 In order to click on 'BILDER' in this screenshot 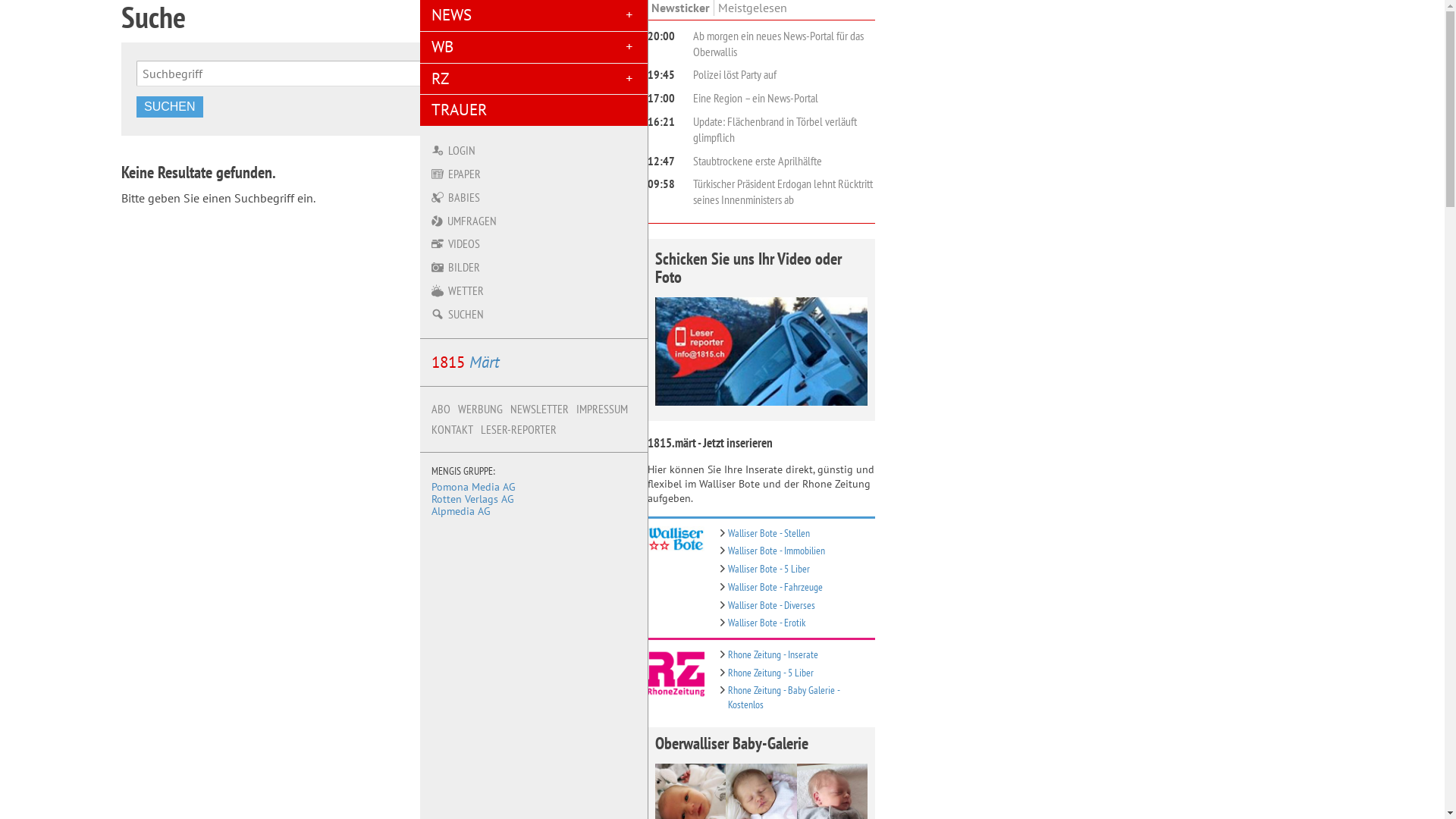, I will do `click(534, 266)`.